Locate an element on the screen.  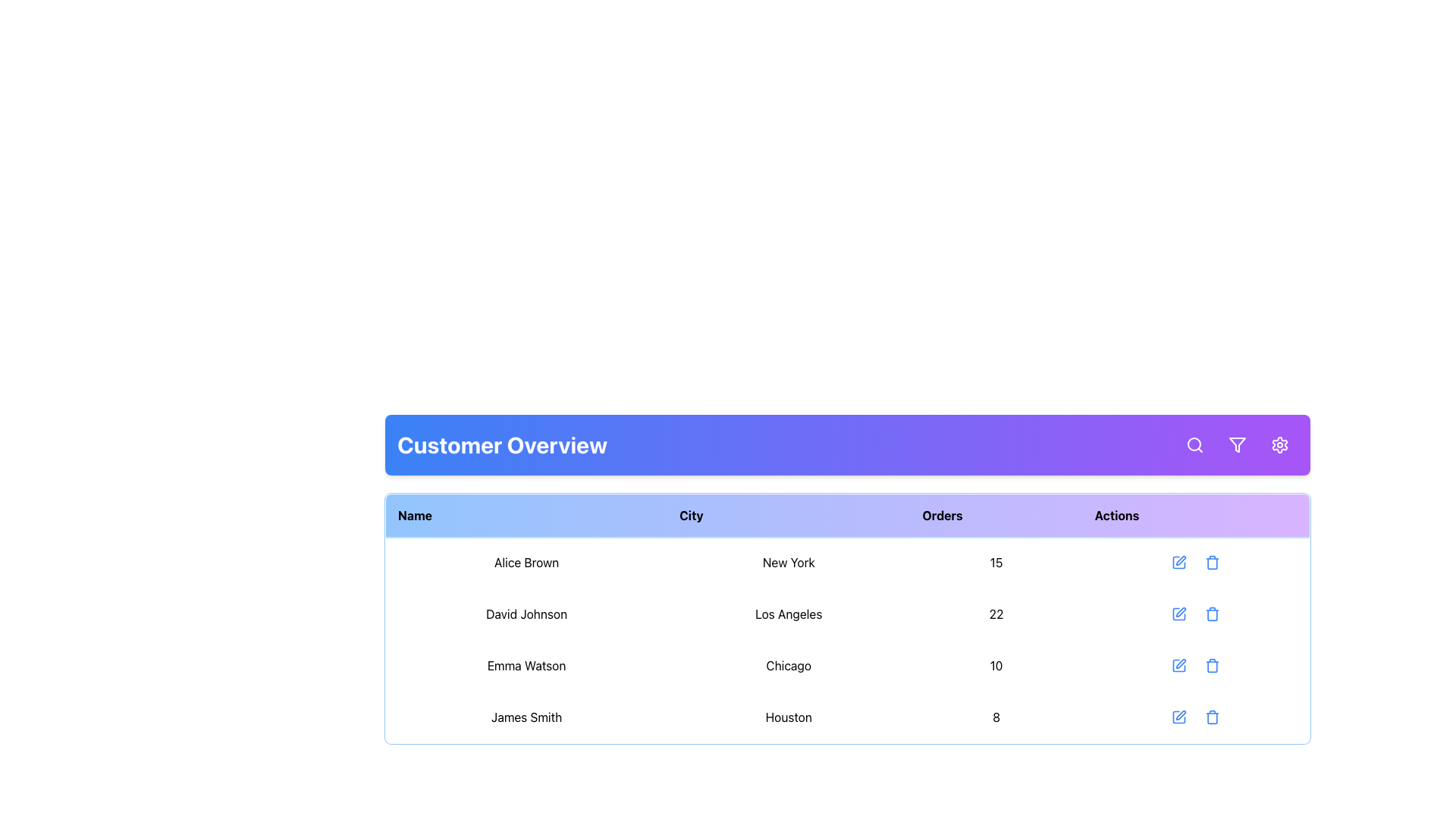
the circular filter button with a light purple background and a white filter icon in the shape of an inverted triangle is located at coordinates (1238, 444).